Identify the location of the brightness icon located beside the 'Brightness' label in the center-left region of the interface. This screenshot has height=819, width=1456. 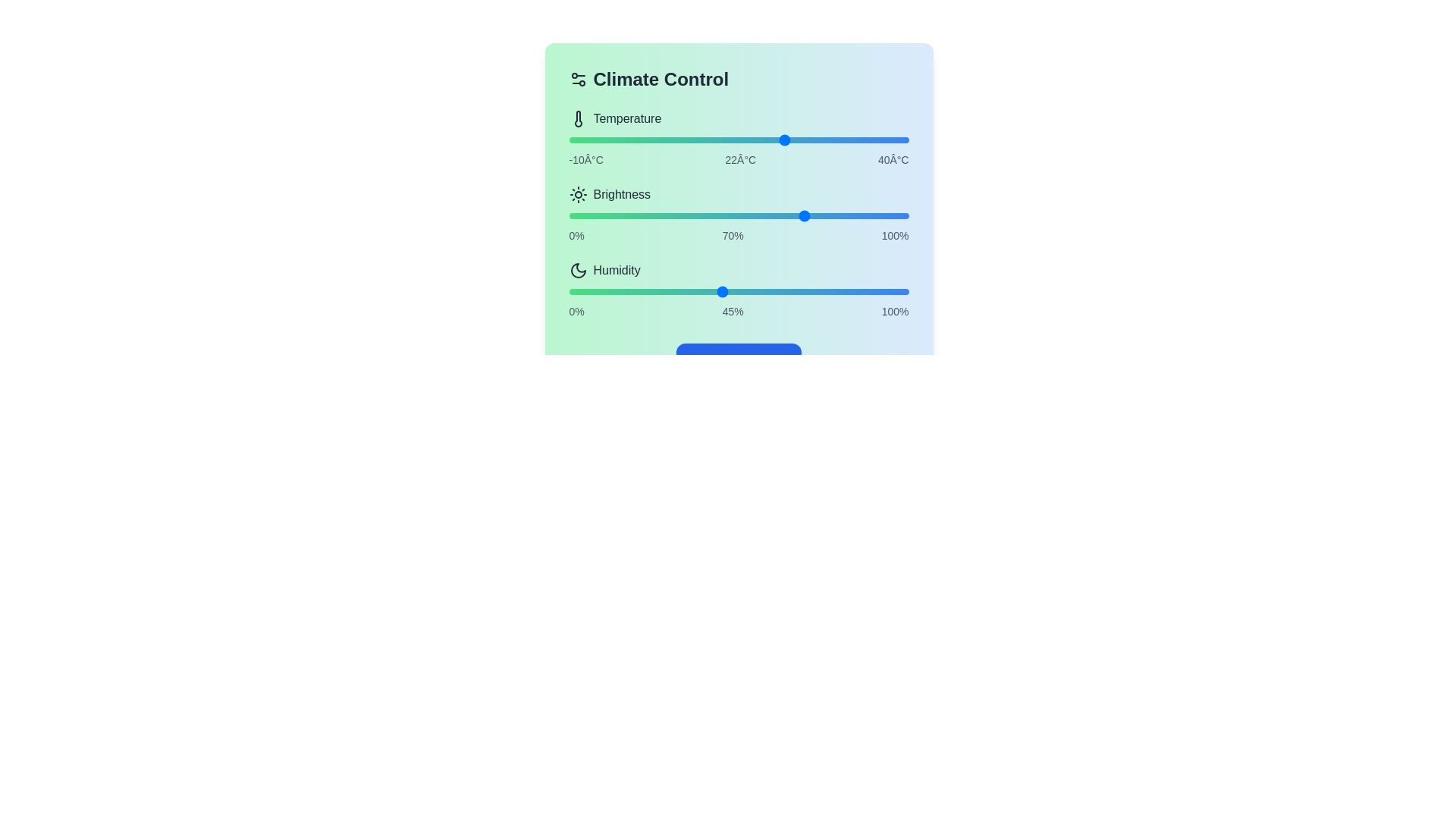
(577, 194).